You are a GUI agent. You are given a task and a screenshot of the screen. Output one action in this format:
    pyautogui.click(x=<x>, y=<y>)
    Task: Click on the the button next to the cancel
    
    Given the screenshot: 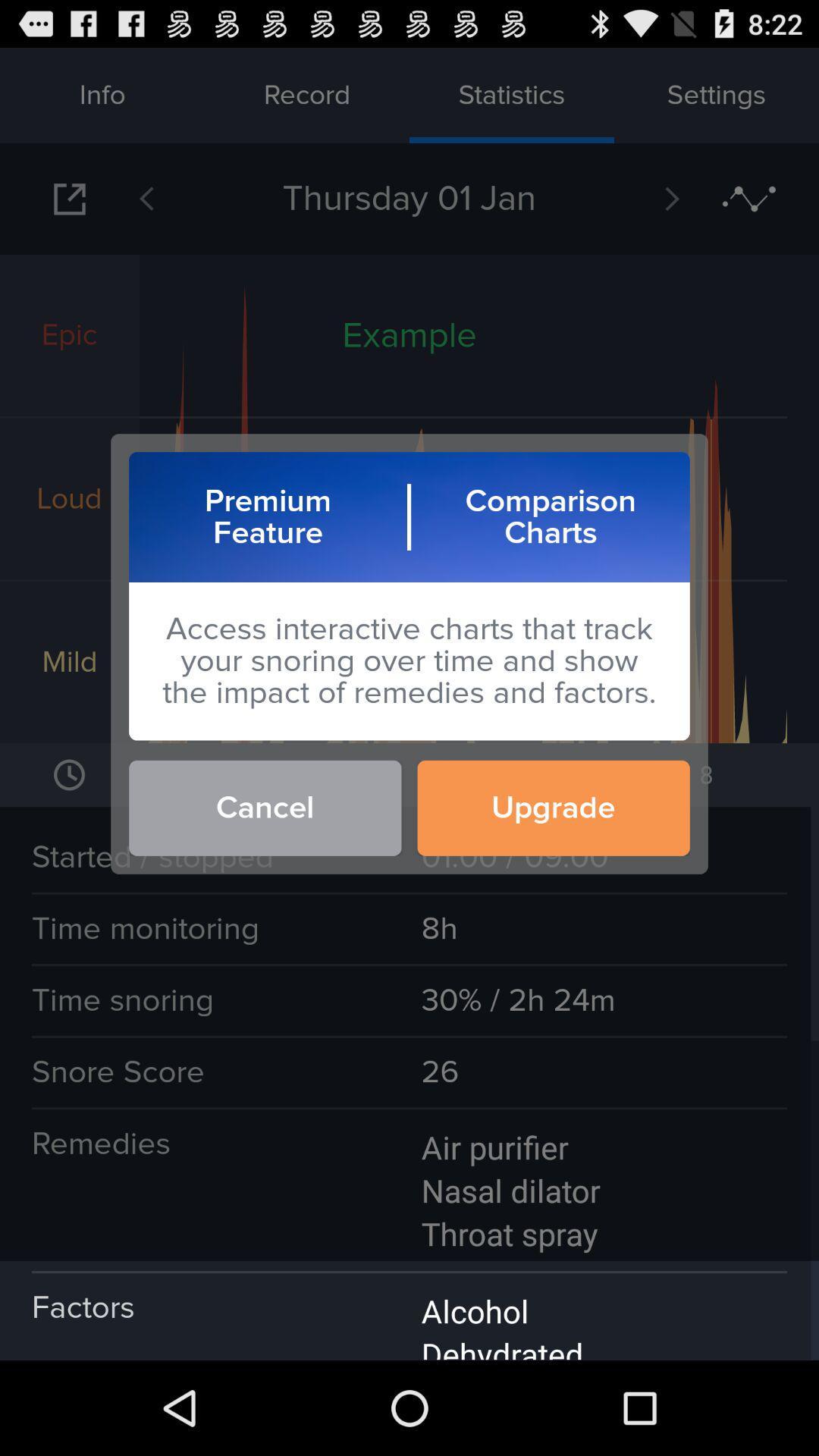 What is the action you would take?
    pyautogui.click(x=554, y=807)
    